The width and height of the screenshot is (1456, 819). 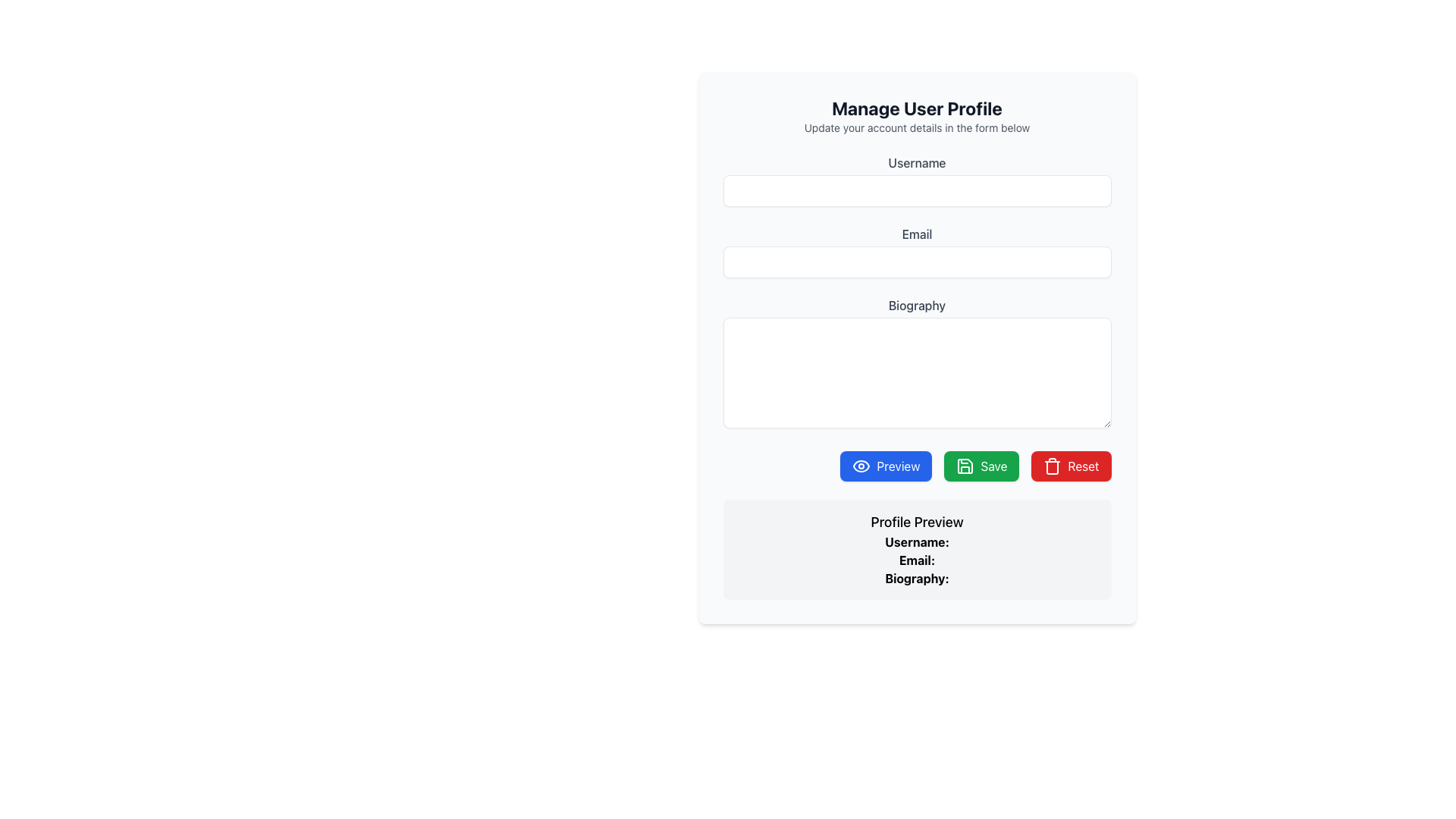 What do you see at coordinates (916, 465) in the screenshot?
I see `the blue 'Preview' button located below the biography input field, which is the first of three similar buttons and has an eye-shaped icon to its left` at bounding box center [916, 465].